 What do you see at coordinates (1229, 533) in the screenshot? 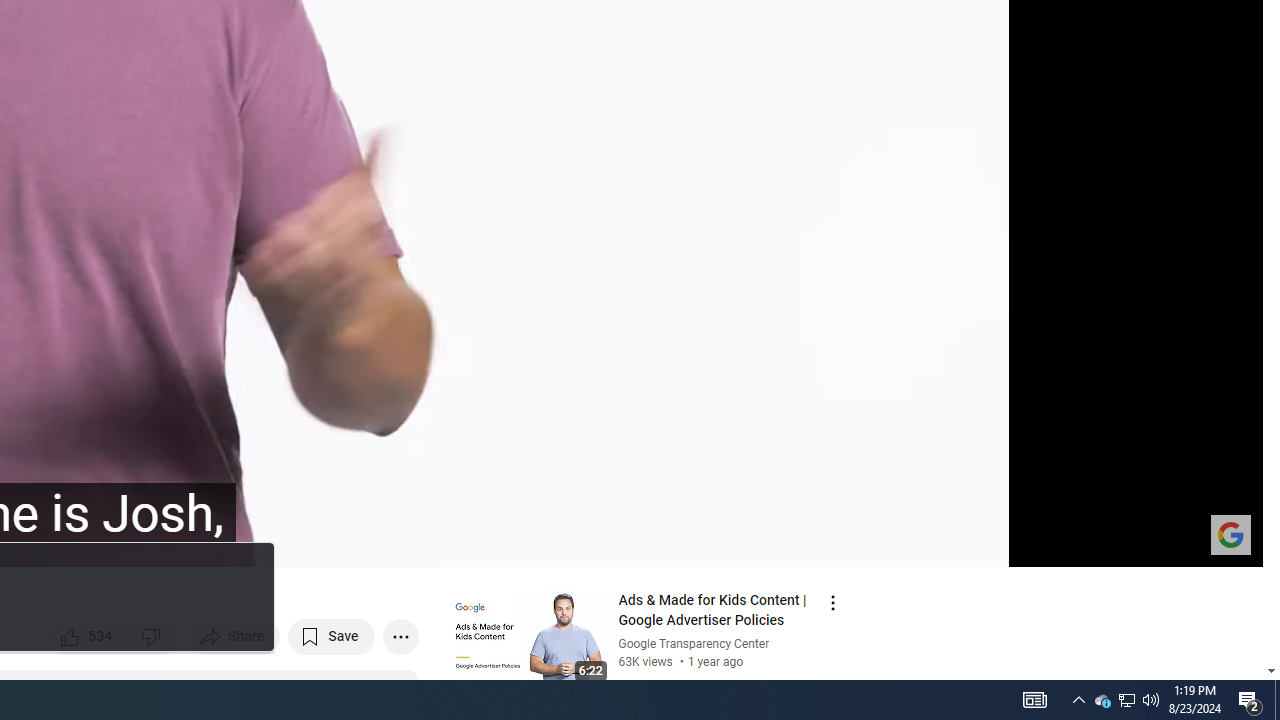
I see `'Channel watermark'` at bounding box center [1229, 533].